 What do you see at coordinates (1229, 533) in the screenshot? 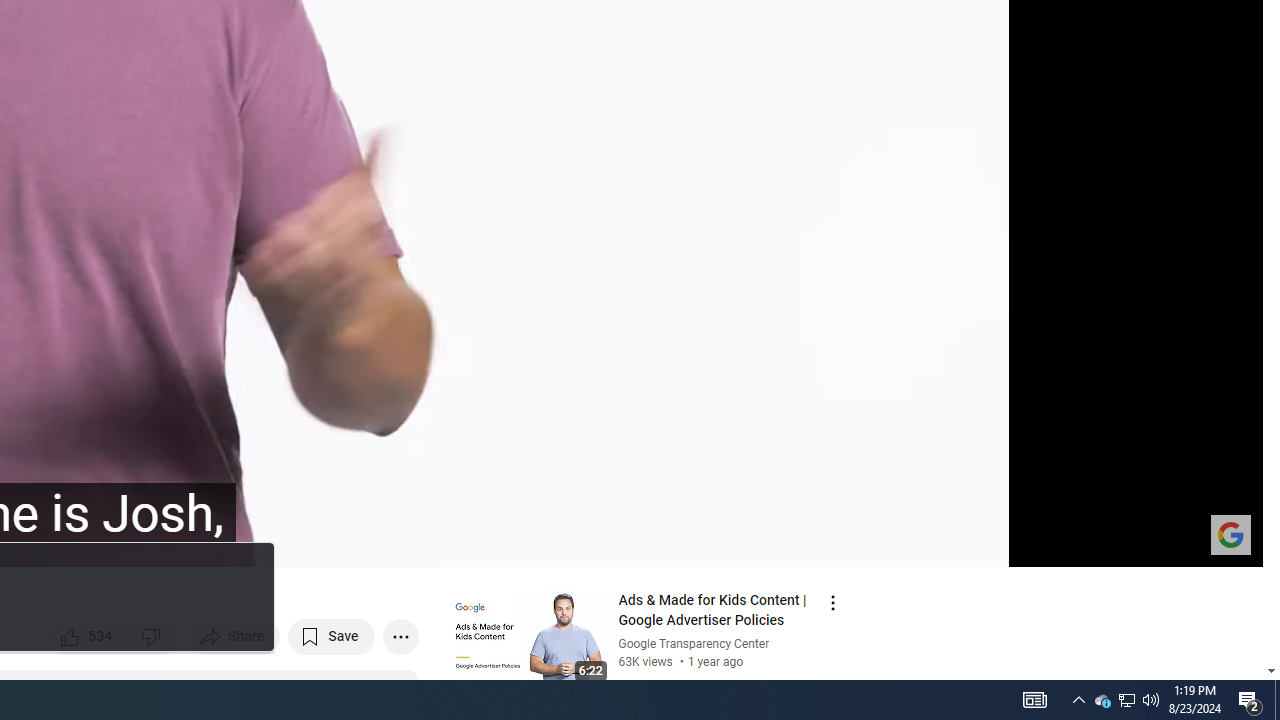
I see `'Channel watermark'` at bounding box center [1229, 533].